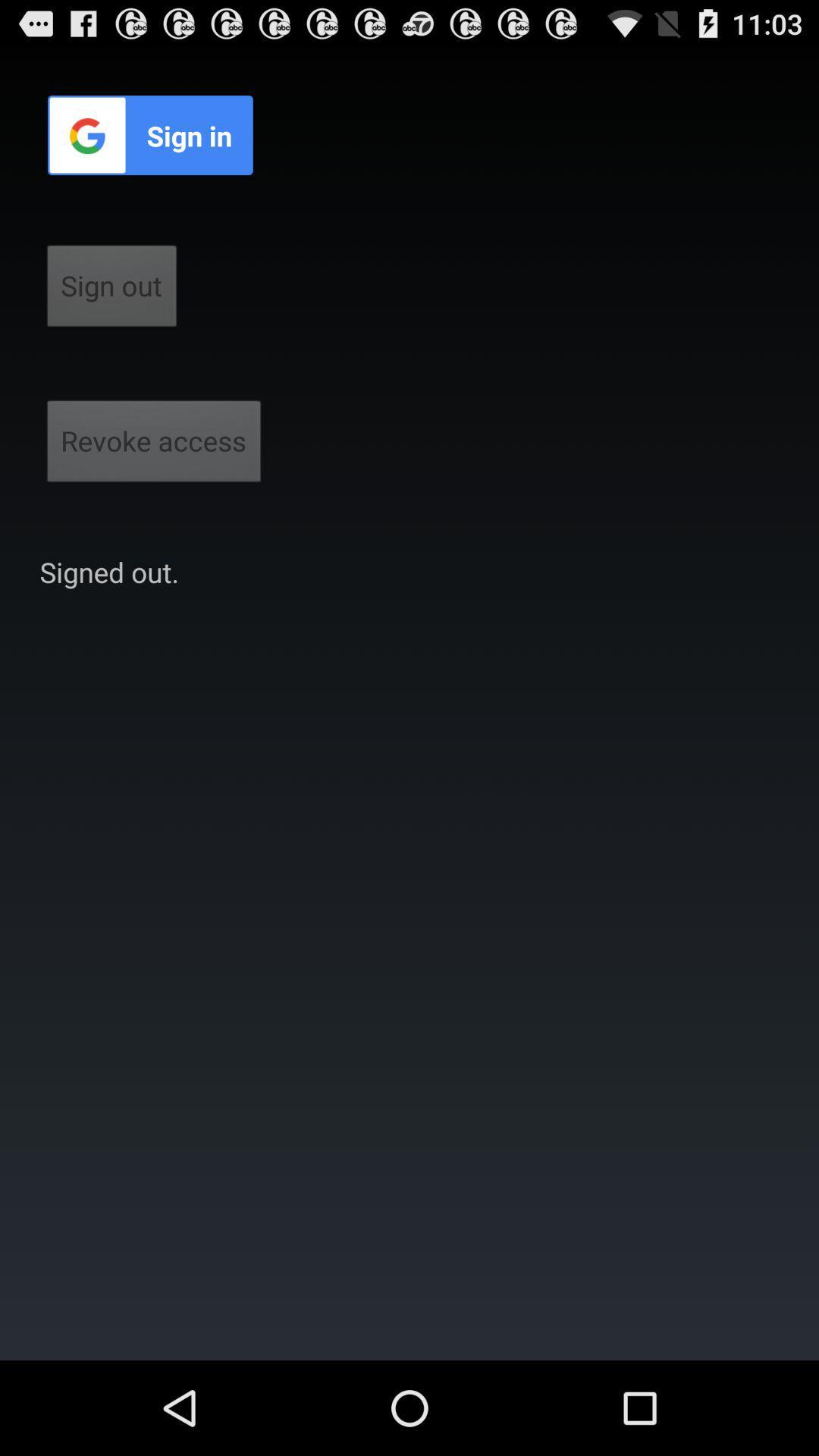  I want to click on the item below the sign in item, so click(111, 290).